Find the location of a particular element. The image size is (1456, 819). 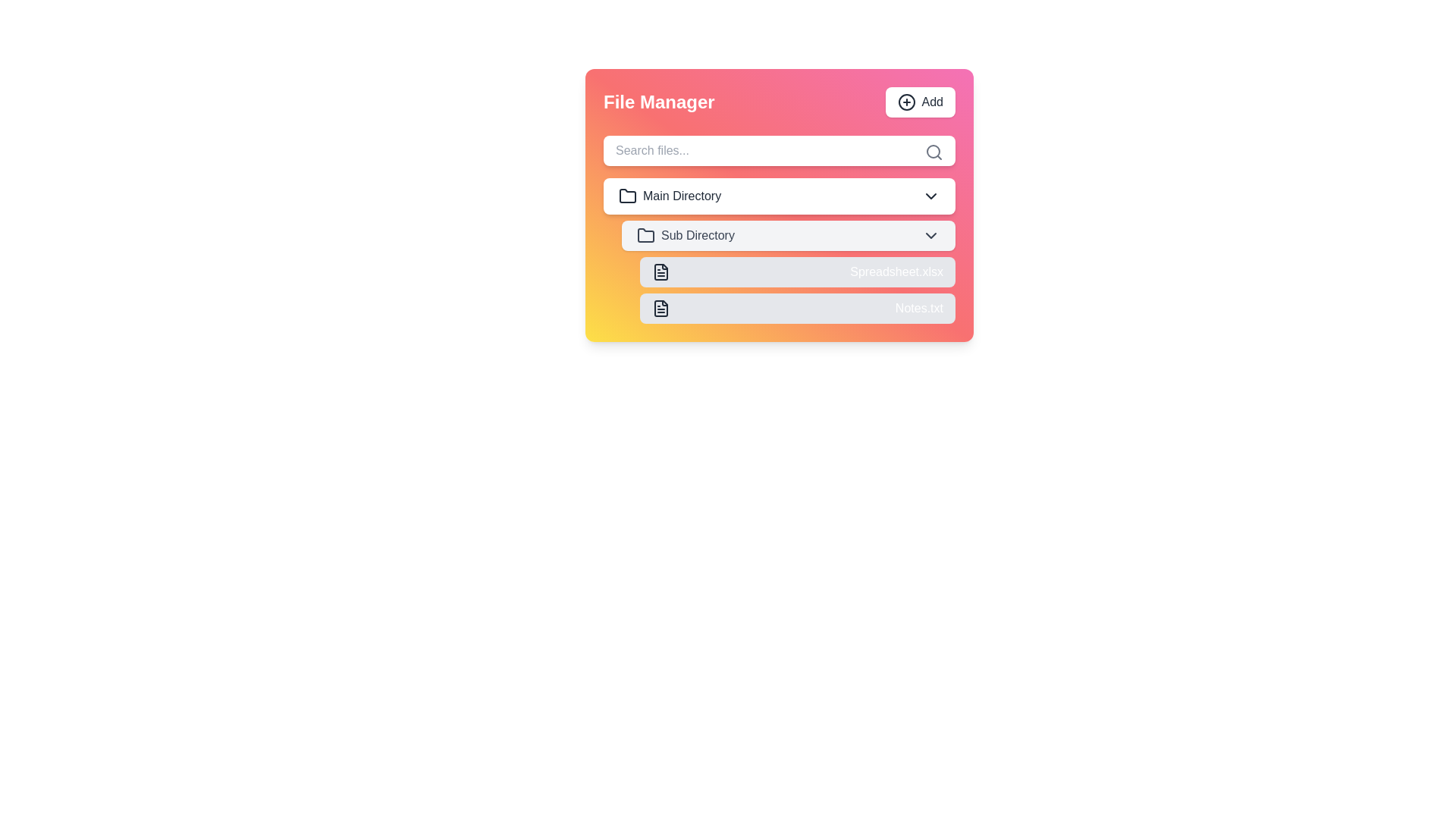

the chevron symbol located in the top-right corner adjacent to the text 'Main Directory' to trigger any highlight or tooltip is located at coordinates (930, 195).